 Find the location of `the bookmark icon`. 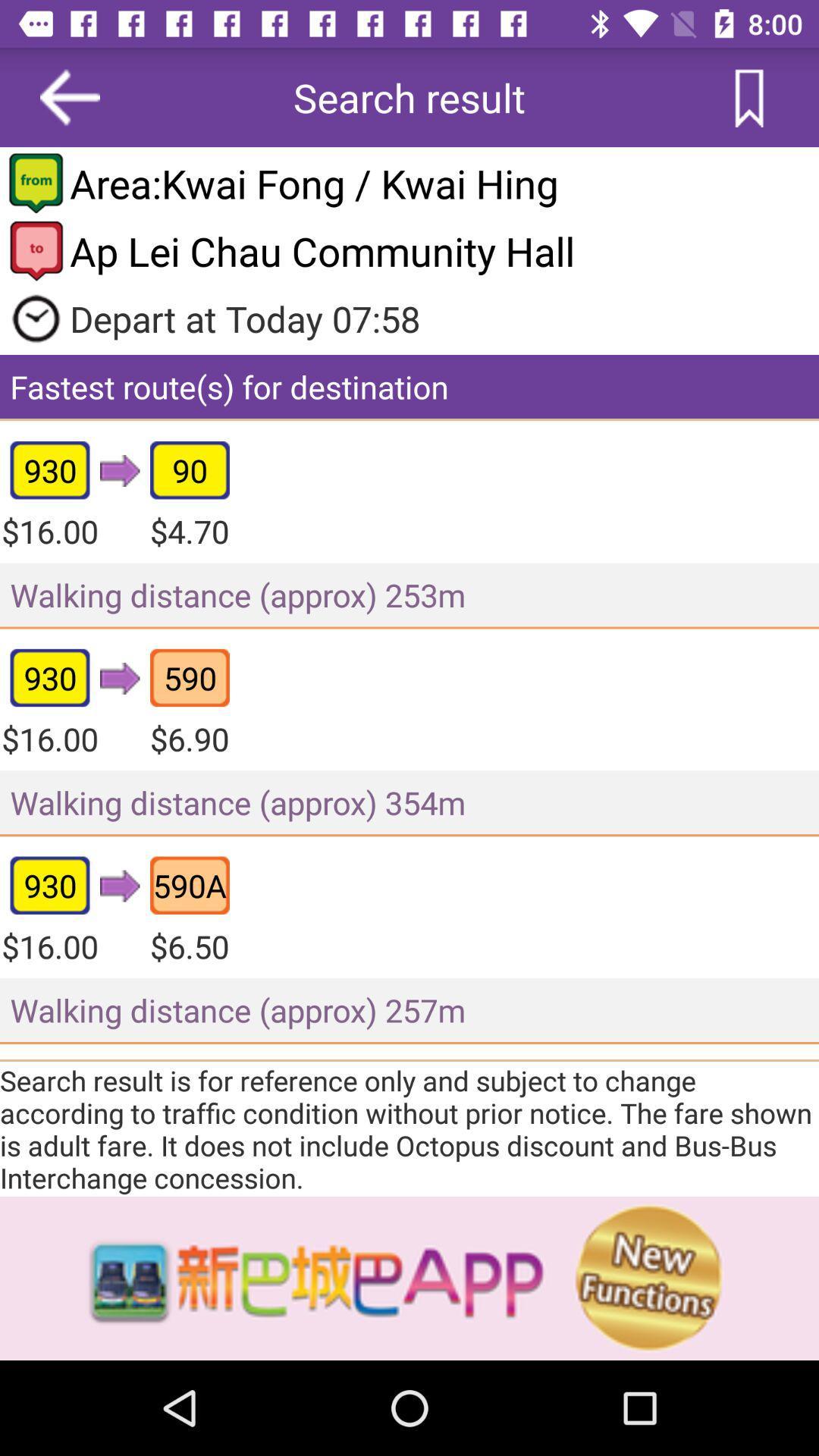

the bookmark icon is located at coordinates (748, 96).